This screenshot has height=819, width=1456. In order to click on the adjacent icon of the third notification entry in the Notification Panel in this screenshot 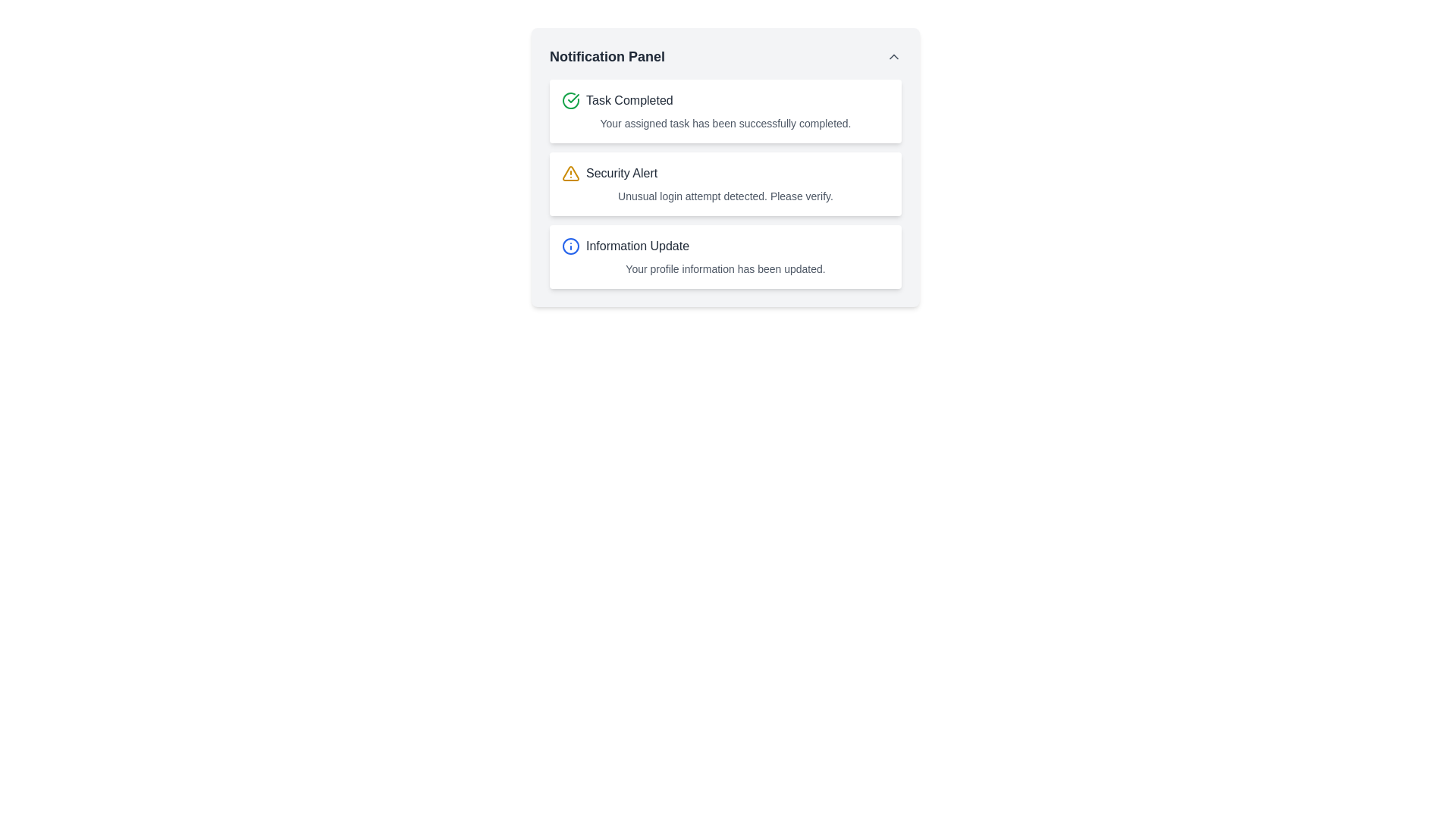, I will do `click(724, 245)`.